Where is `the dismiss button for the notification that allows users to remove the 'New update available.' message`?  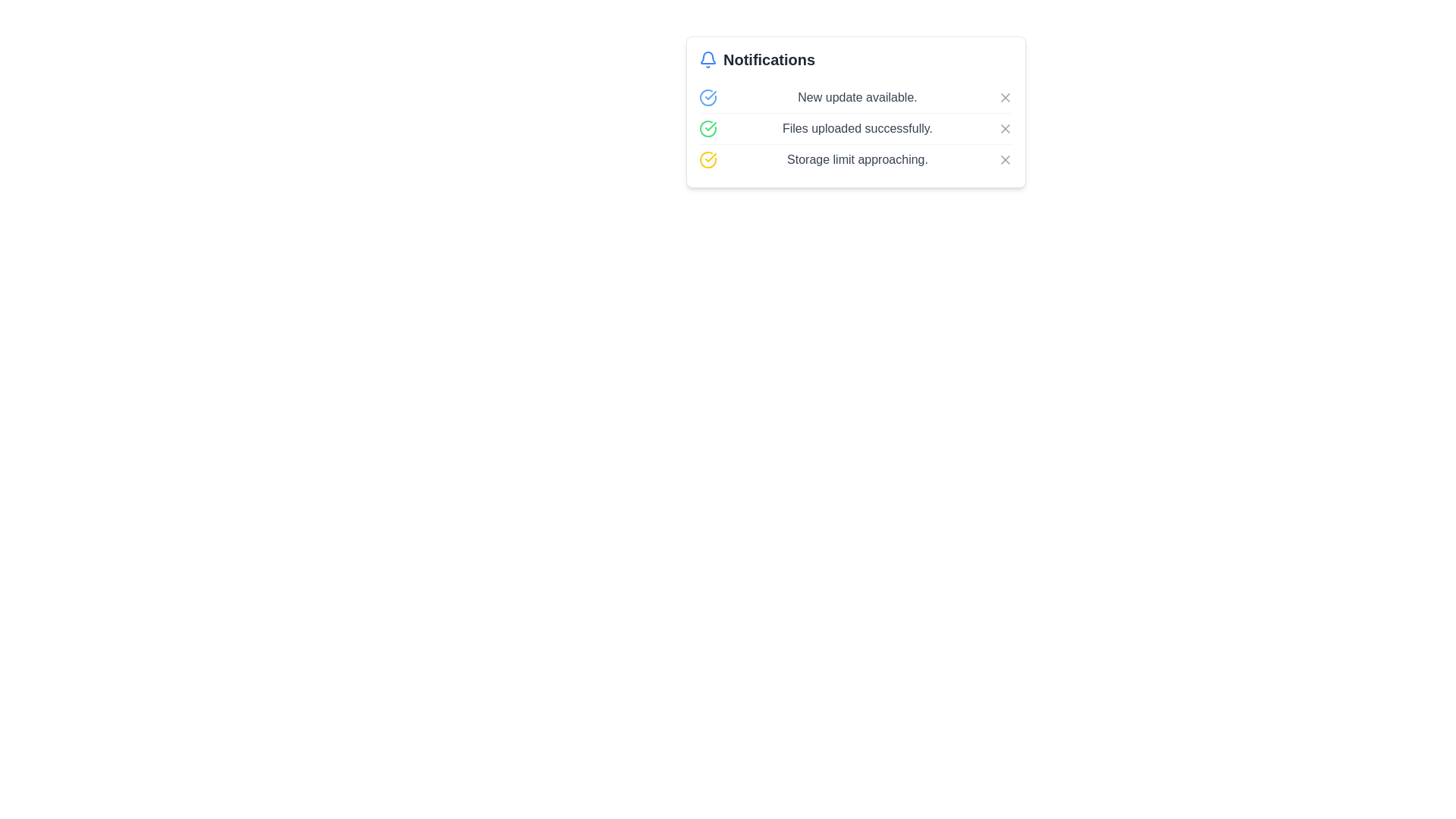
the dismiss button for the notification that allows users to remove the 'New update available.' message is located at coordinates (1005, 97).